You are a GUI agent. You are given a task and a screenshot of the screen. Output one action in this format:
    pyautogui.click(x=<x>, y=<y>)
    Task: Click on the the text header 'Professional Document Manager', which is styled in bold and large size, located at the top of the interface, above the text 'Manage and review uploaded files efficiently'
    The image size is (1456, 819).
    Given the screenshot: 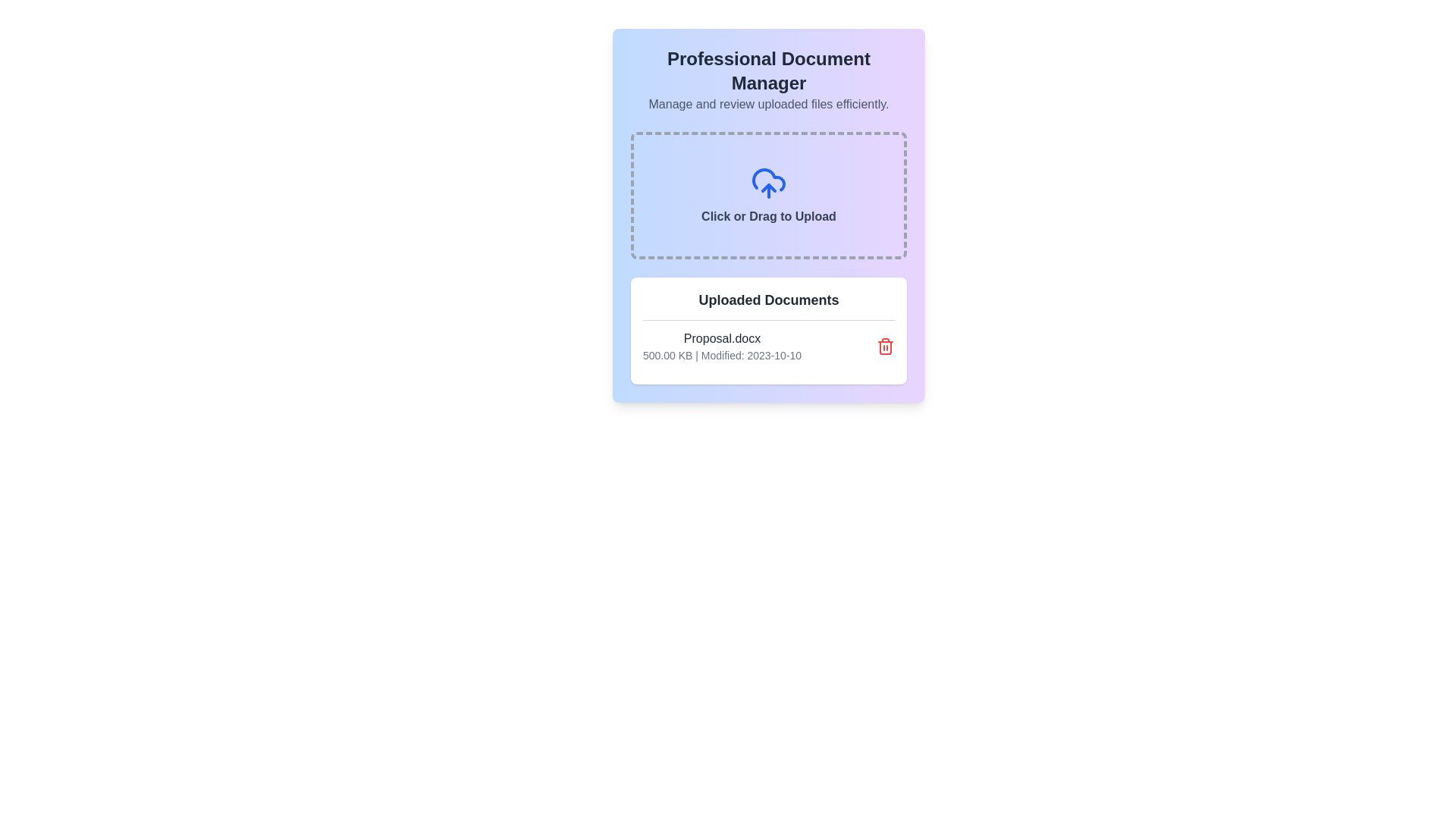 What is the action you would take?
    pyautogui.click(x=768, y=71)
    